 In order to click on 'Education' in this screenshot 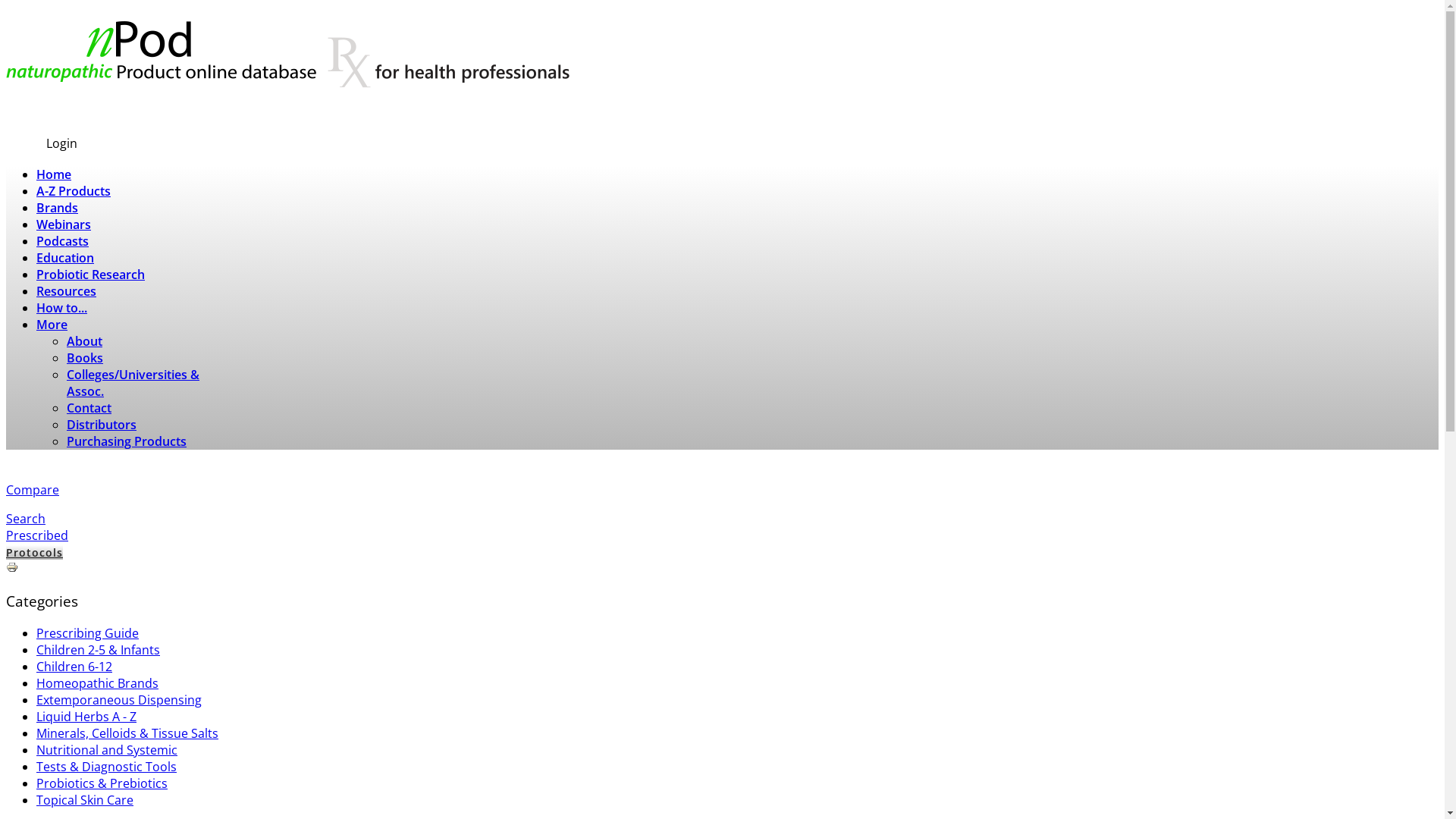, I will do `click(64, 256)`.